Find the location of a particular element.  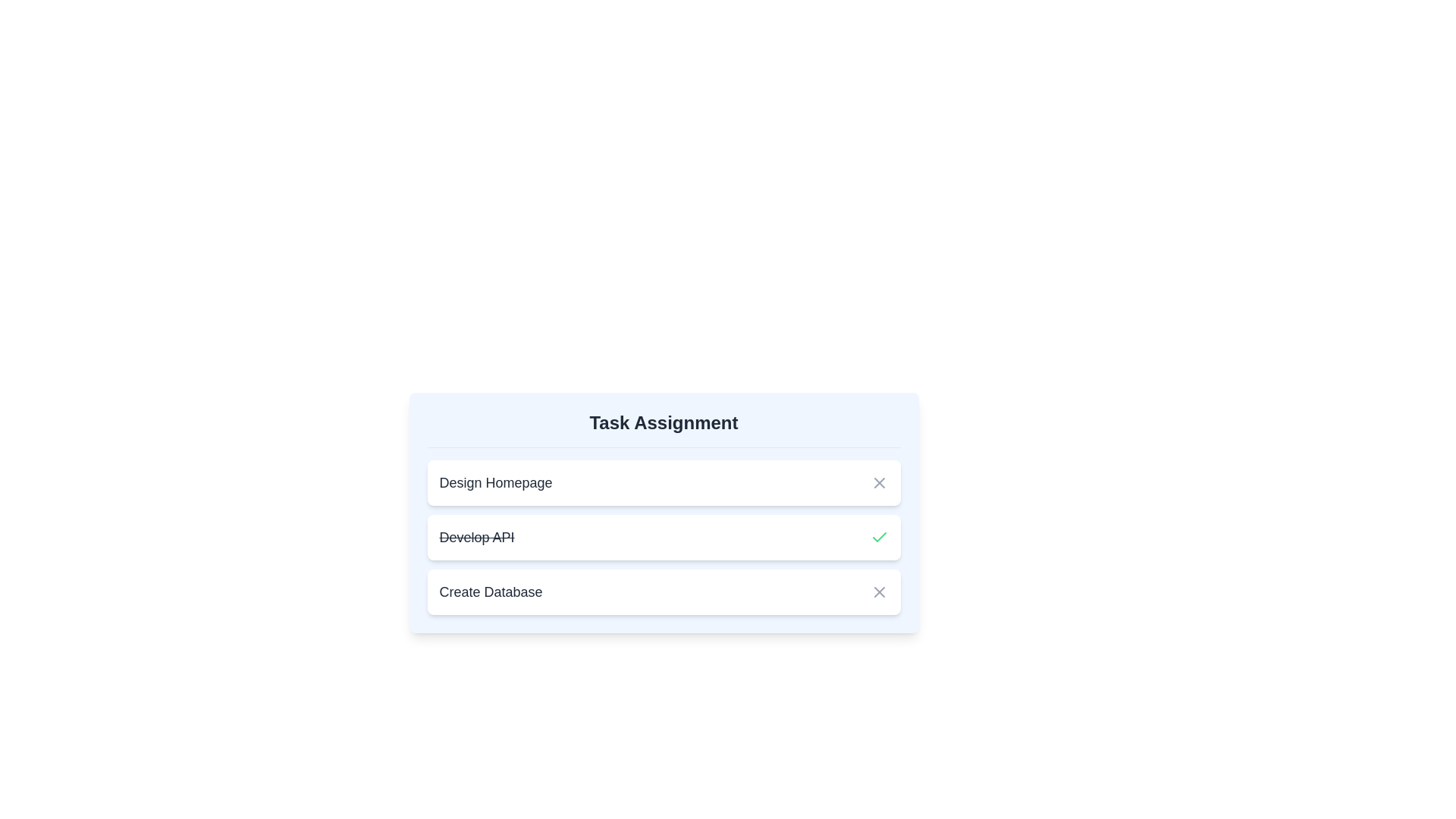

the close or delete button for the 'Design Homepage' item in the 'Task Assignment' list for keyboard interaction is located at coordinates (879, 482).